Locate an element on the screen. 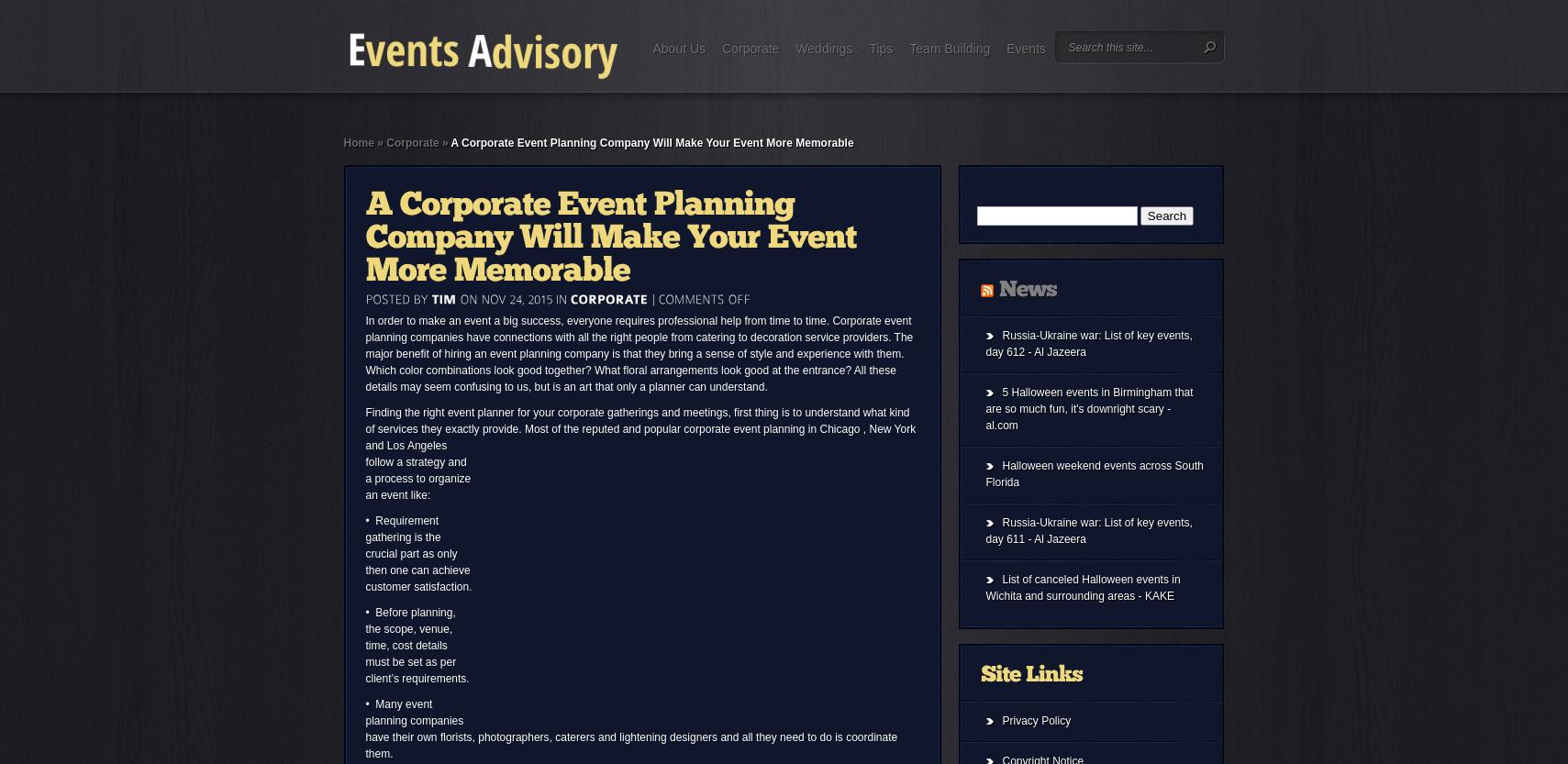 The image size is (1568, 764). '•  Many event planning companies have their own florists, photographers, caterers and lightening designers and all they need to do is coordinate them.' is located at coordinates (364, 728).